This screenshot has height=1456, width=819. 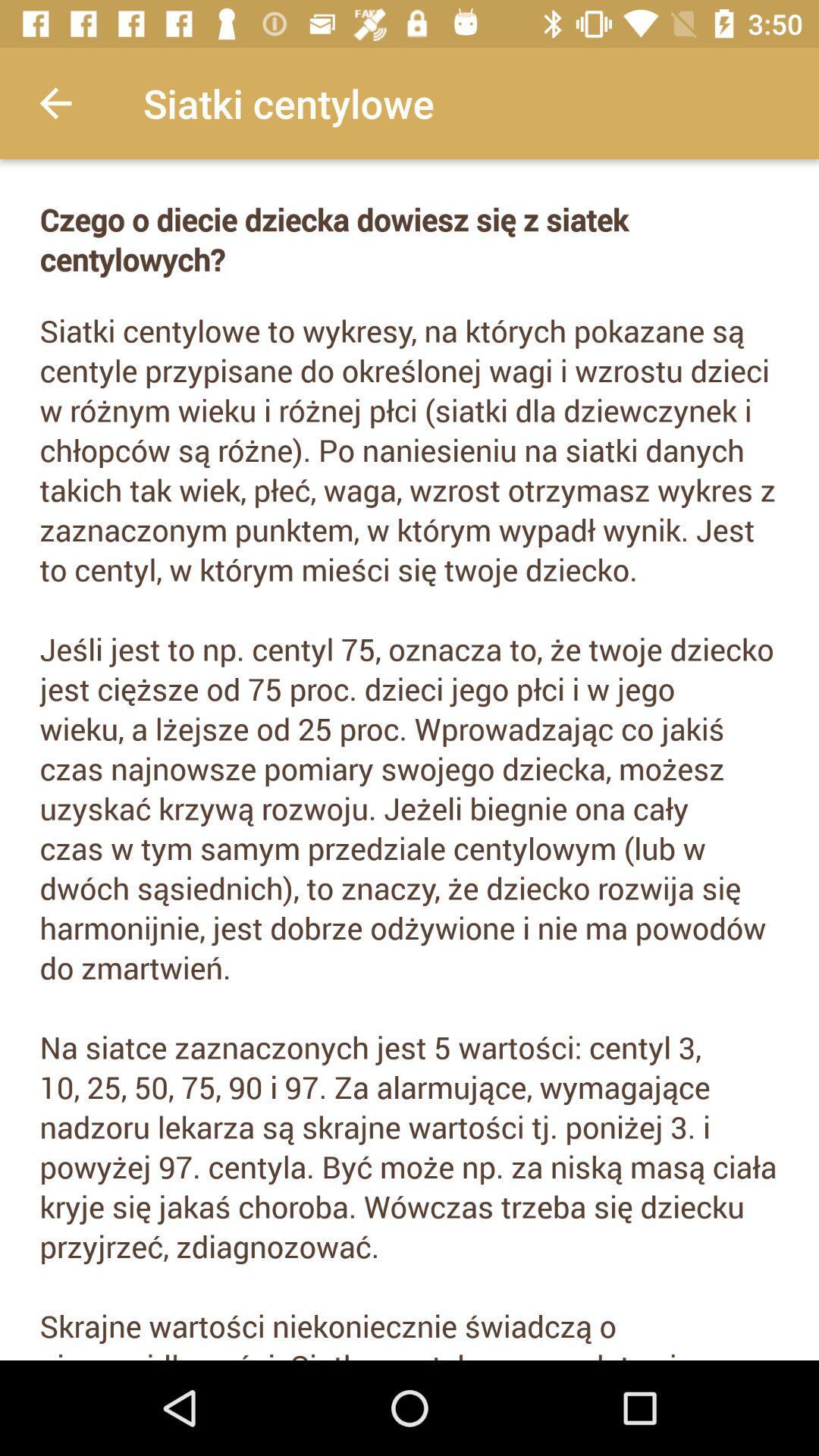 What do you see at coordinates (409, 238) in the screenshot?
I see `the czego o diecie` at bounding box center [409, 238].